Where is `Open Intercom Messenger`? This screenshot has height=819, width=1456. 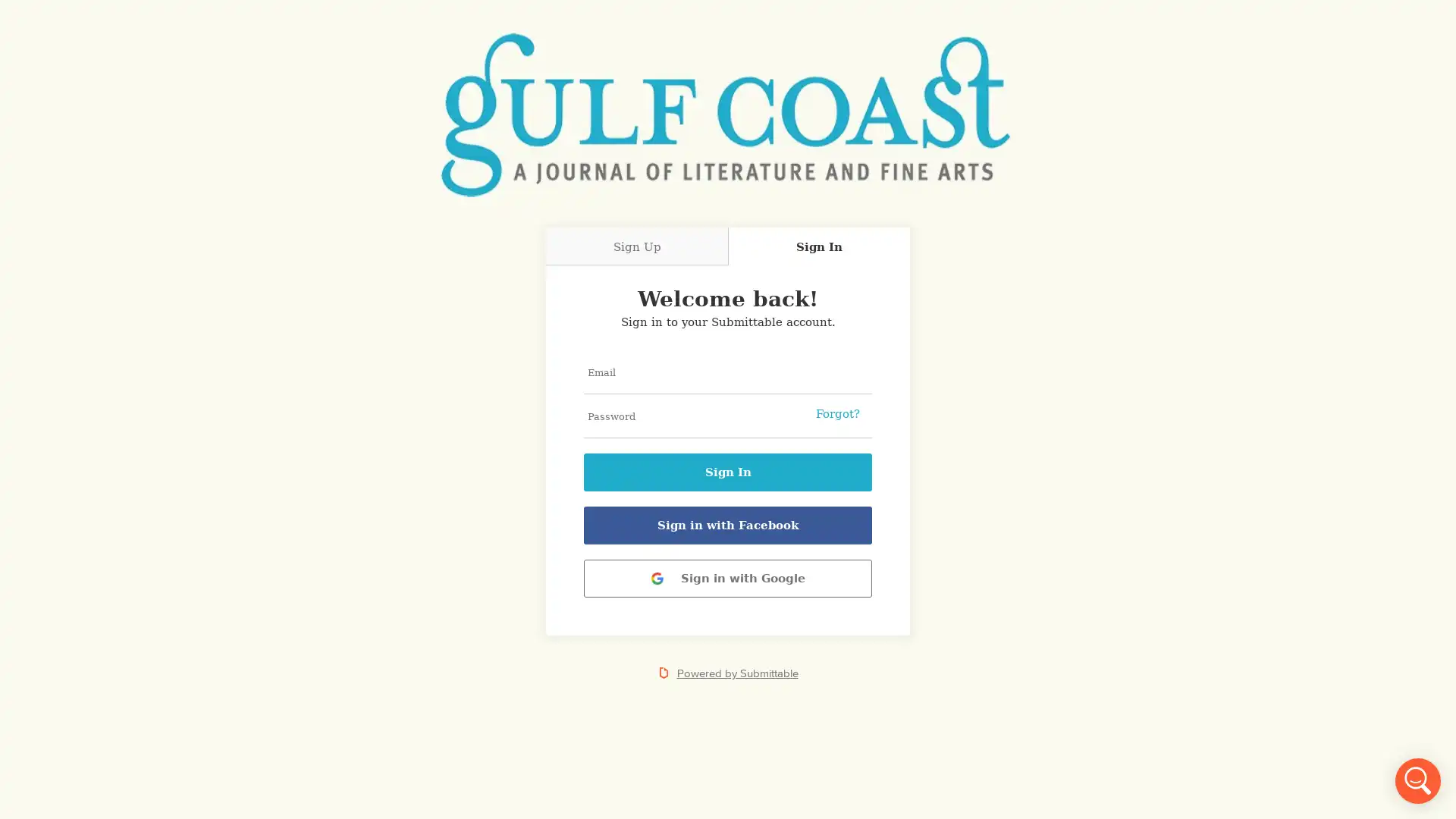 Open Intercom Messenger is located at coordinates (1417, 780).